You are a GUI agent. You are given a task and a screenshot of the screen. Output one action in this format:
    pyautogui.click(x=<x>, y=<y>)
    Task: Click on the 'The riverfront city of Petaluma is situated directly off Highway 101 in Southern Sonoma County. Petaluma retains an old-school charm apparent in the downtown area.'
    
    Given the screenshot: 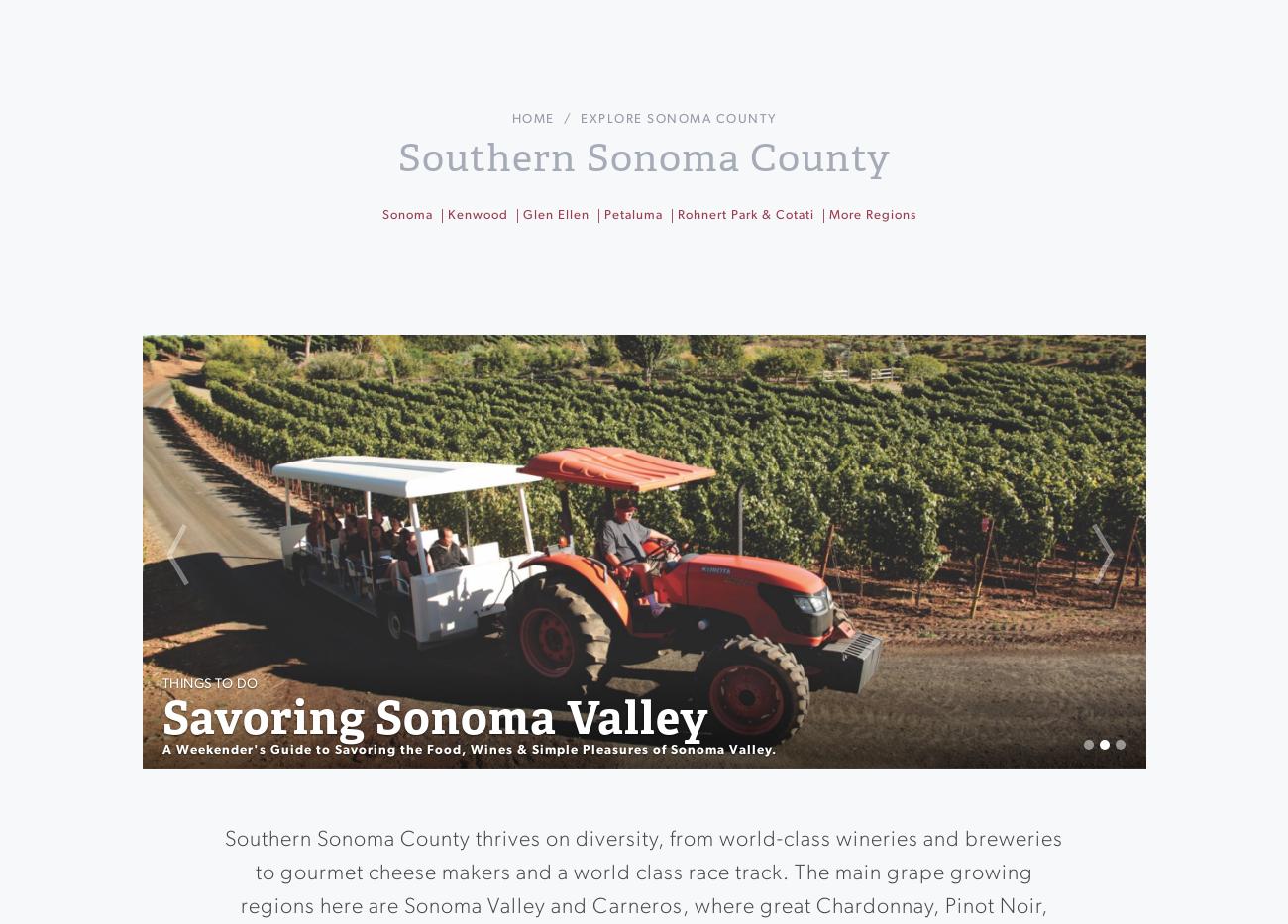 What is the action you would take?
    pyautogui.click(x=651, y=266)
    